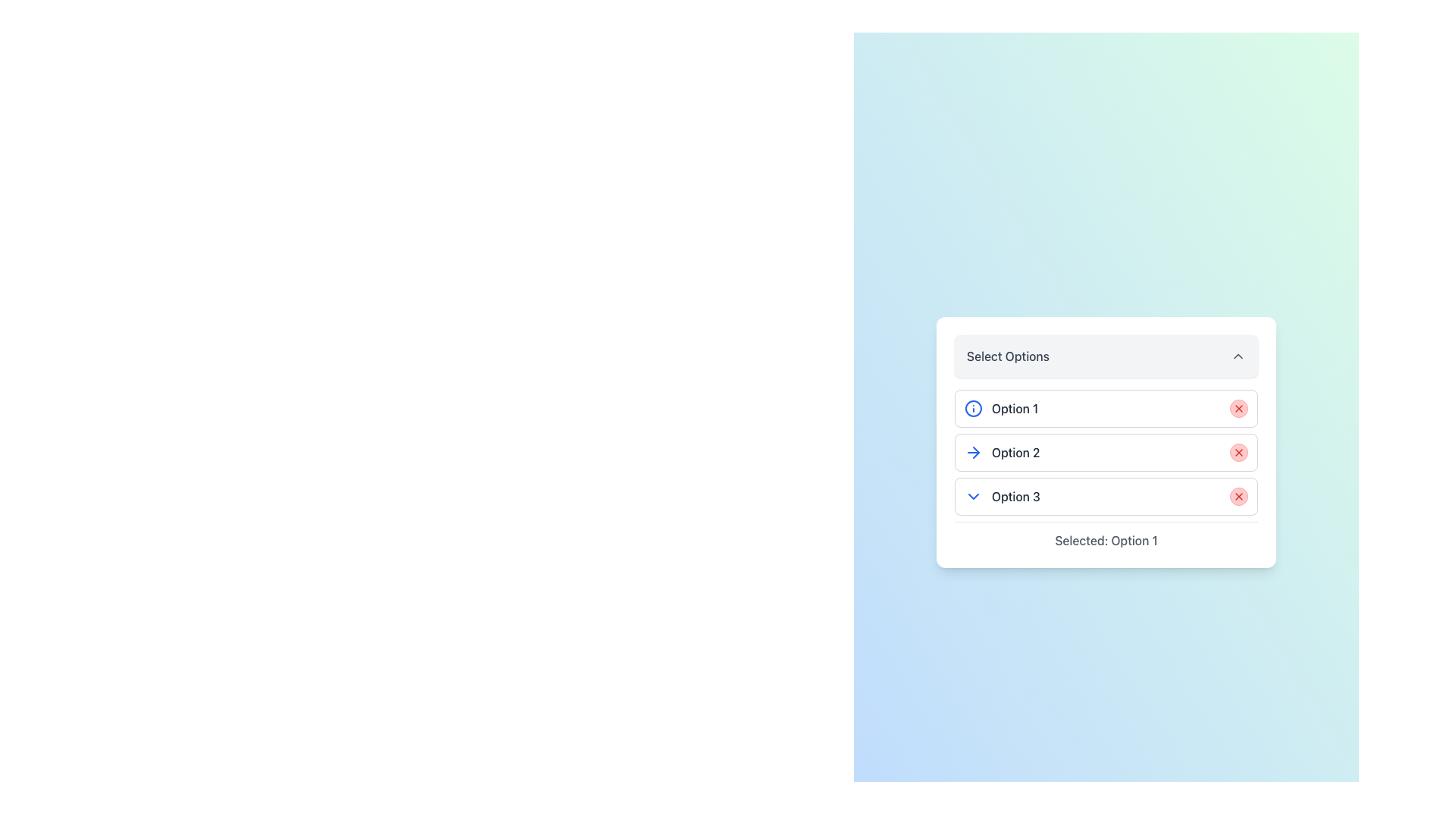 This screenshot has width=1456, height=819. I want to click on the text label that reads 'Selected: Option 1', which is styled with a medium font weight and gray color, located at the bottom of a structured list interface, so click(1106, 534).